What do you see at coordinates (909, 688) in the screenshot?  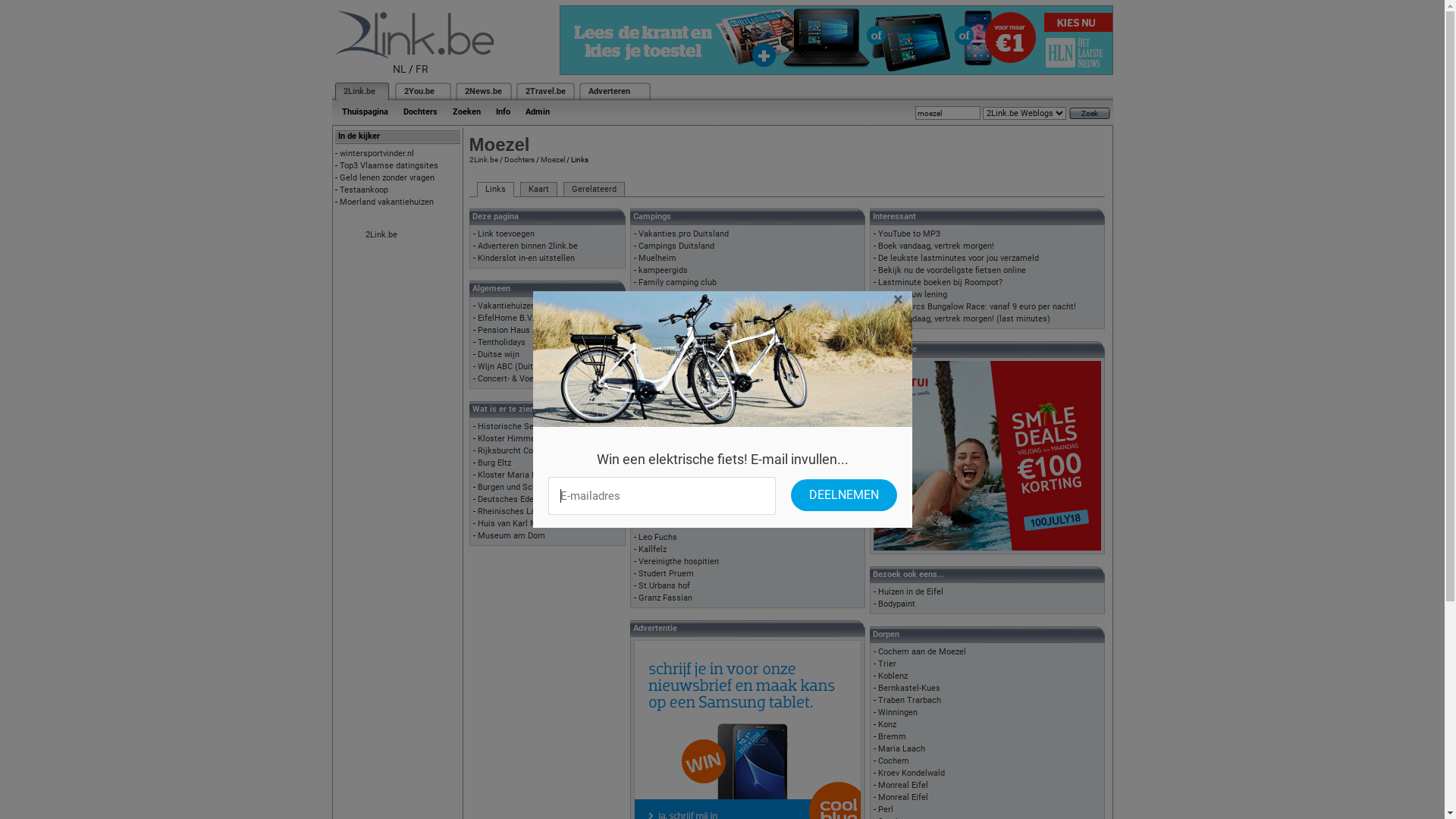 I see `'Bernkastel-Kues'` at bounding box center [909, 688].